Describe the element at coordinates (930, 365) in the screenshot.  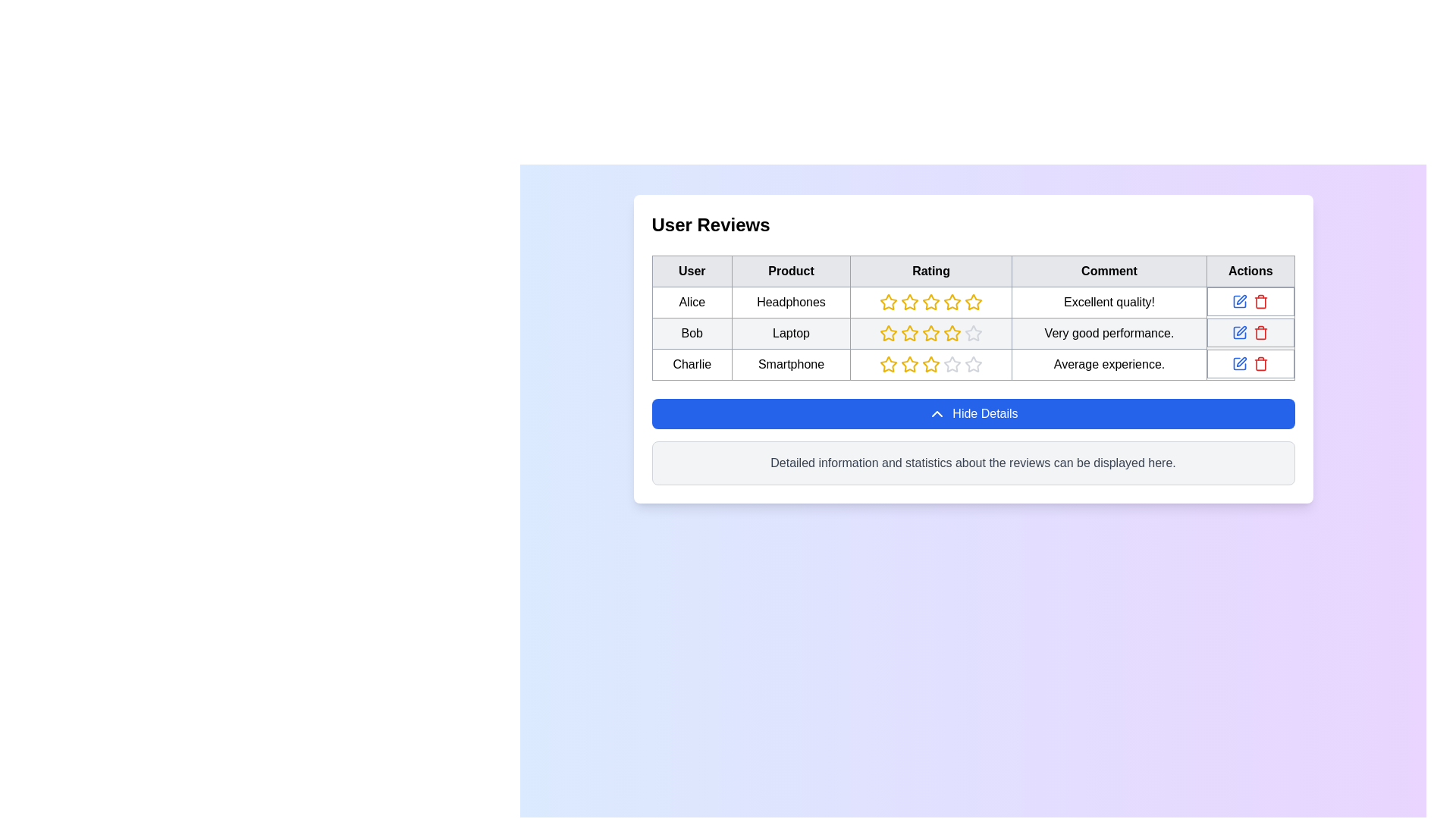
I see `the fifth star icon in the rating row of the 'Charlie' entry` at that location.